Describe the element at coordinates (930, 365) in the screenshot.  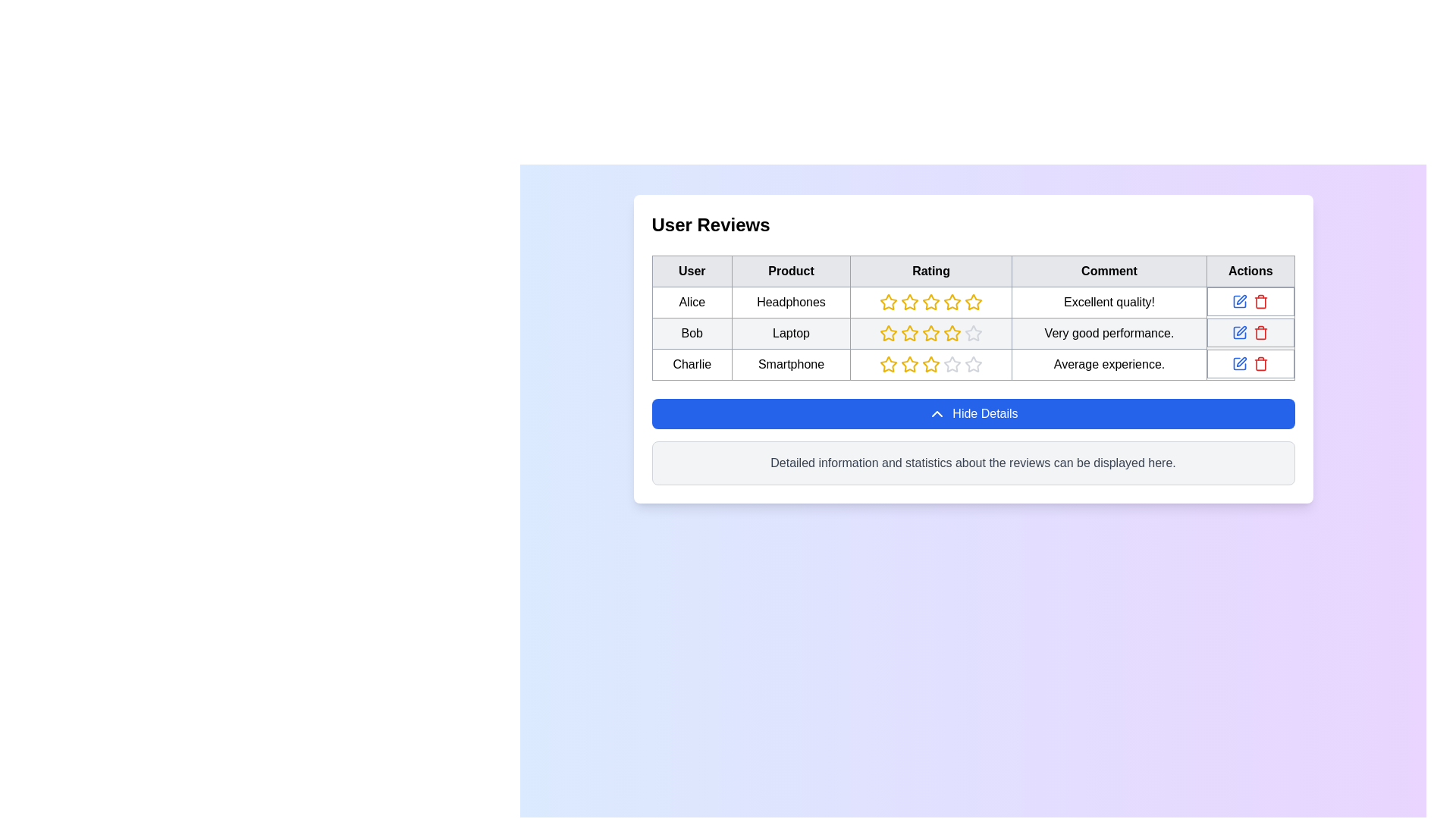
I see `the fifth star icon in the rating row of the 'Charlie' entry` at that location.